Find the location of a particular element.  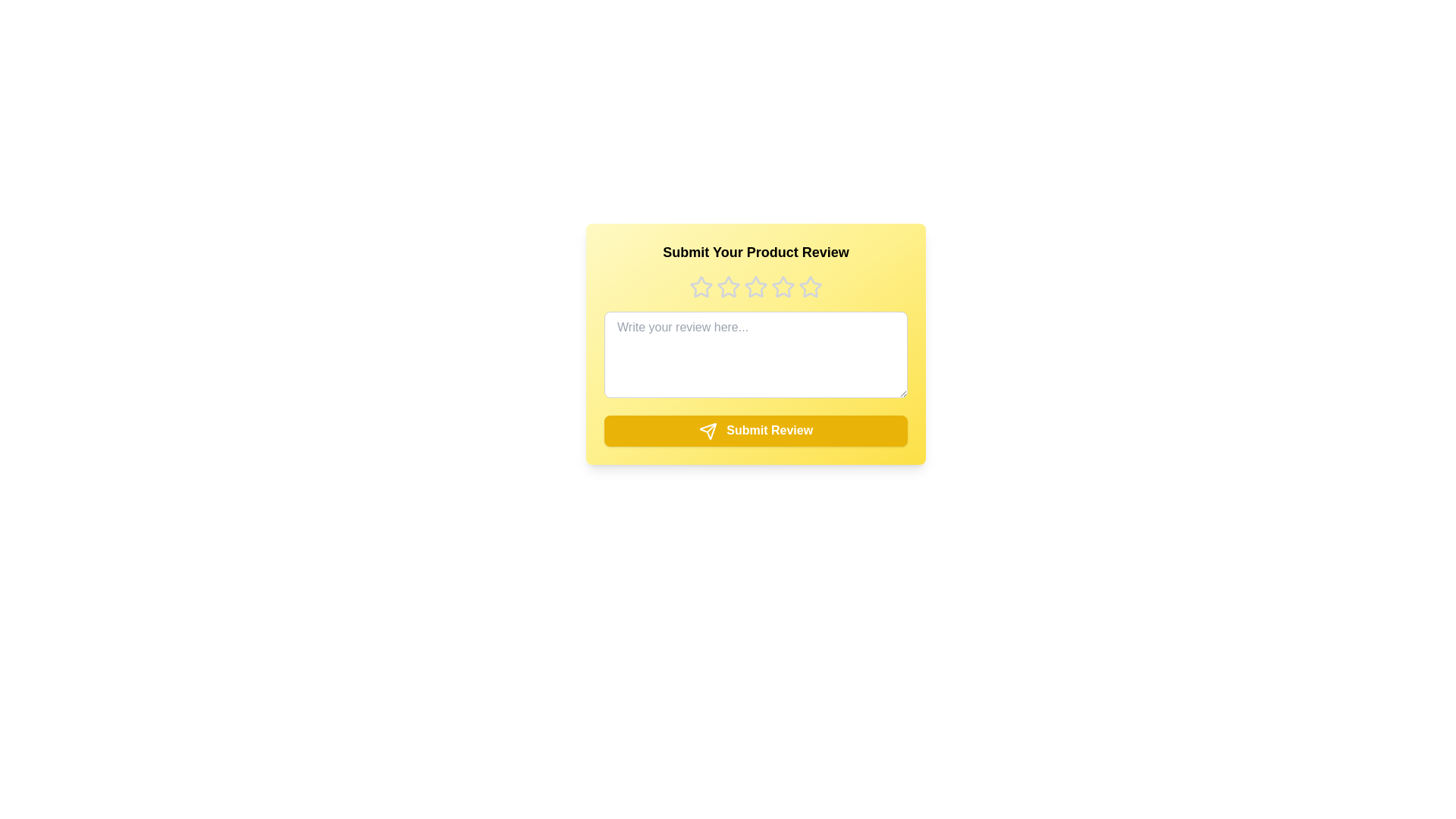

the Star Rating Icon, which is the last star in a series of five stars aligned horizontally in the review card component is located at coordinates (810, 287).